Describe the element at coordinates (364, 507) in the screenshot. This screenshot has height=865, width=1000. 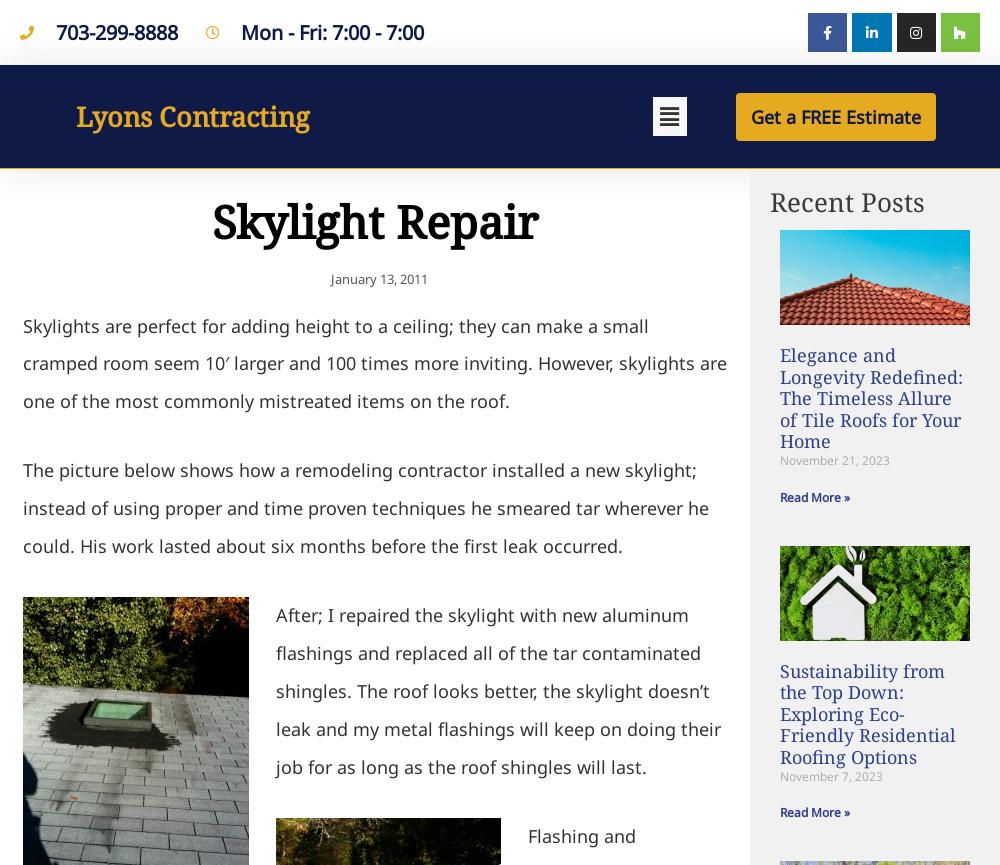
I see `'The picture below shows how a remodeling contractor installed a new skylight; instead of using proper and time proven techniques he smeared tar wherever he could. His work lasted about six months before the first leak occurred.'` at that location.